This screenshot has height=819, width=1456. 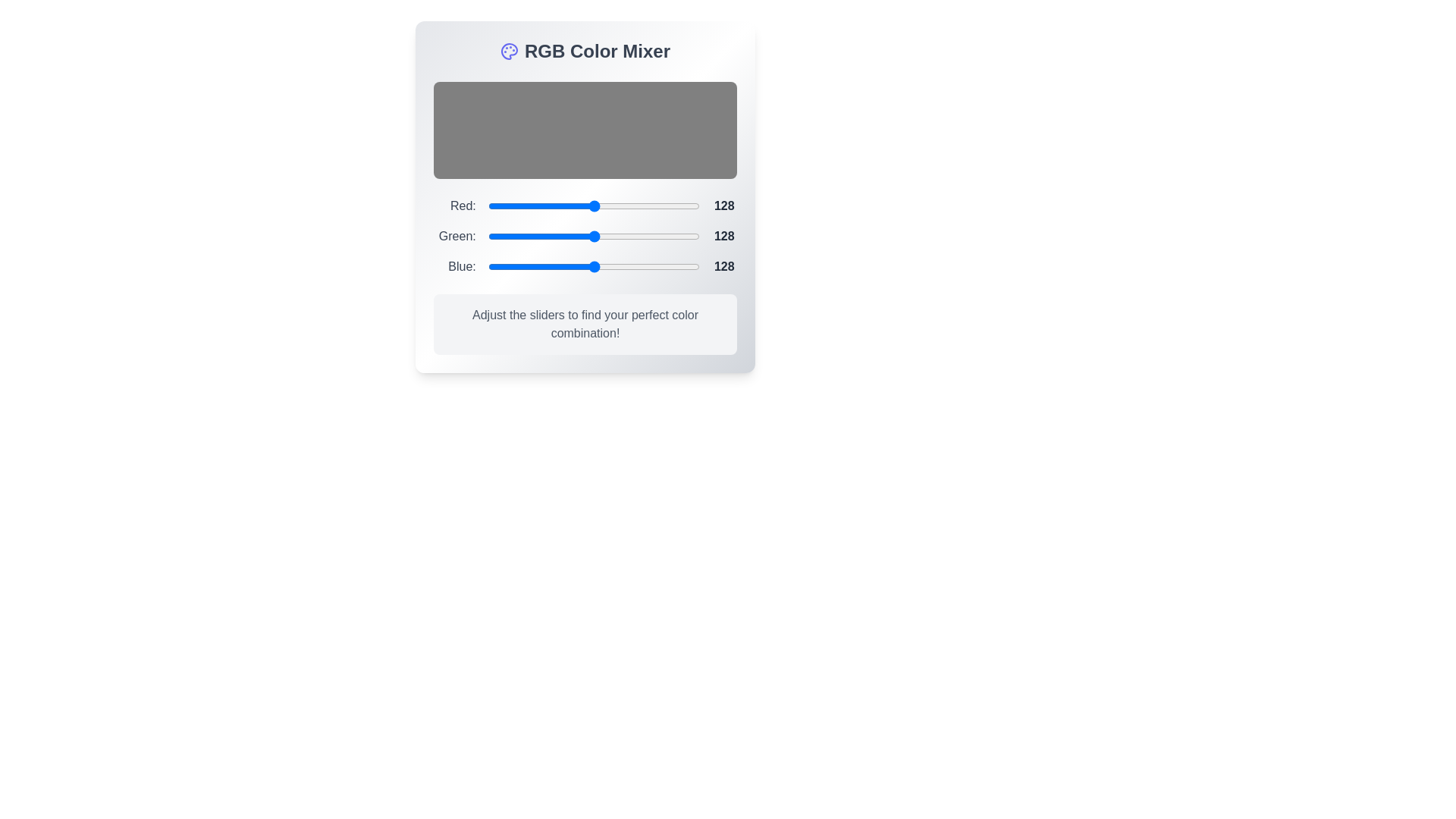 What do you see at coordinates (538, 206) in the screenshot?
I see `the 0 slider to 61` at bounding box center [538, 206].